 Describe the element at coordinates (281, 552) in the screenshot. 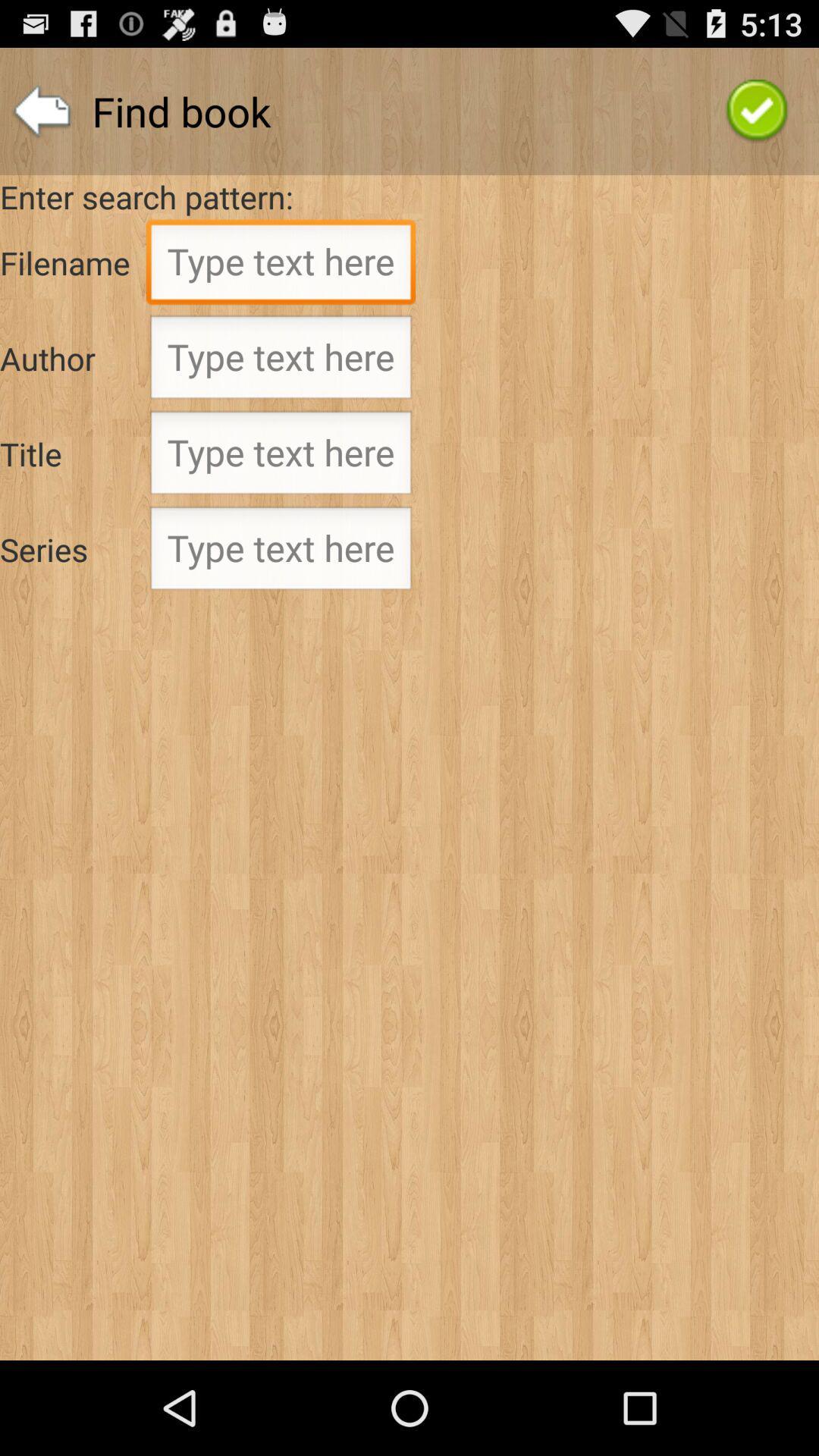

I see `series text entry field` at that location.